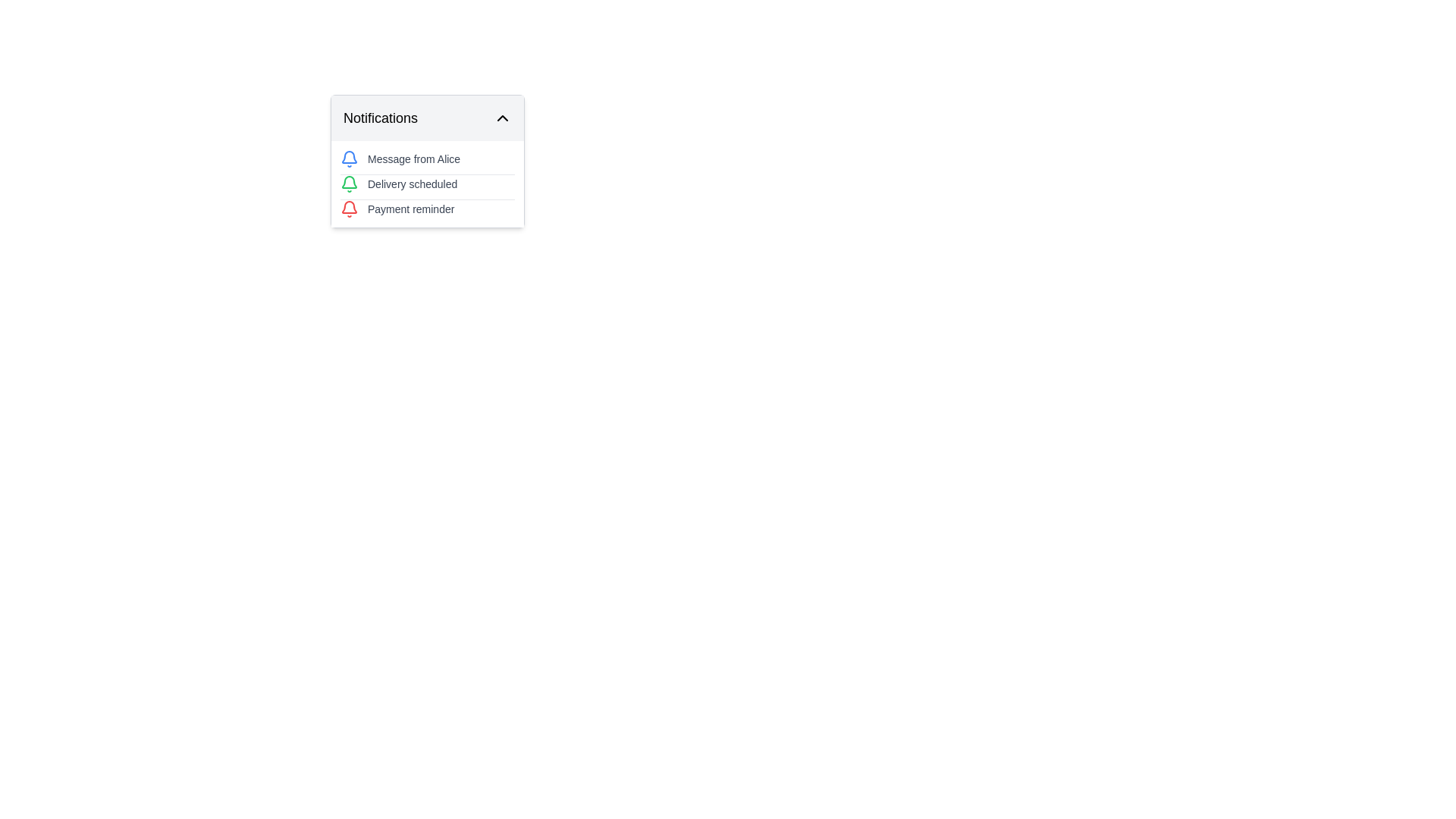 The image size is (1456, 819). I want to click on notification text labeled as 'Delivery Scheduled', which is the second item in the notifications list, positioned below 'Message from Alice' and above 'Payment reminder', so click(427, 183).